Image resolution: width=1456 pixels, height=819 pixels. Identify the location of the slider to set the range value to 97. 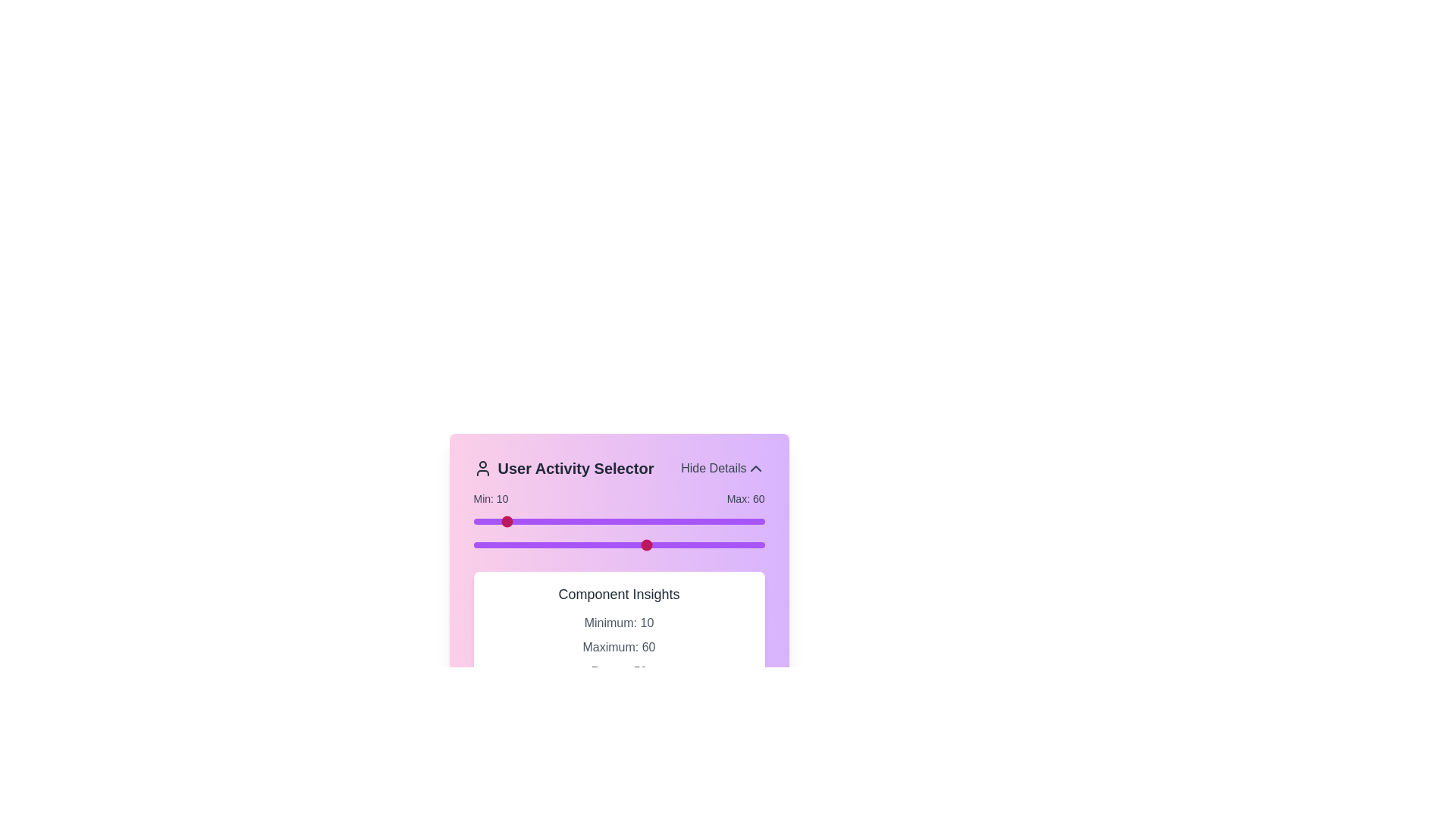
(756, 520).